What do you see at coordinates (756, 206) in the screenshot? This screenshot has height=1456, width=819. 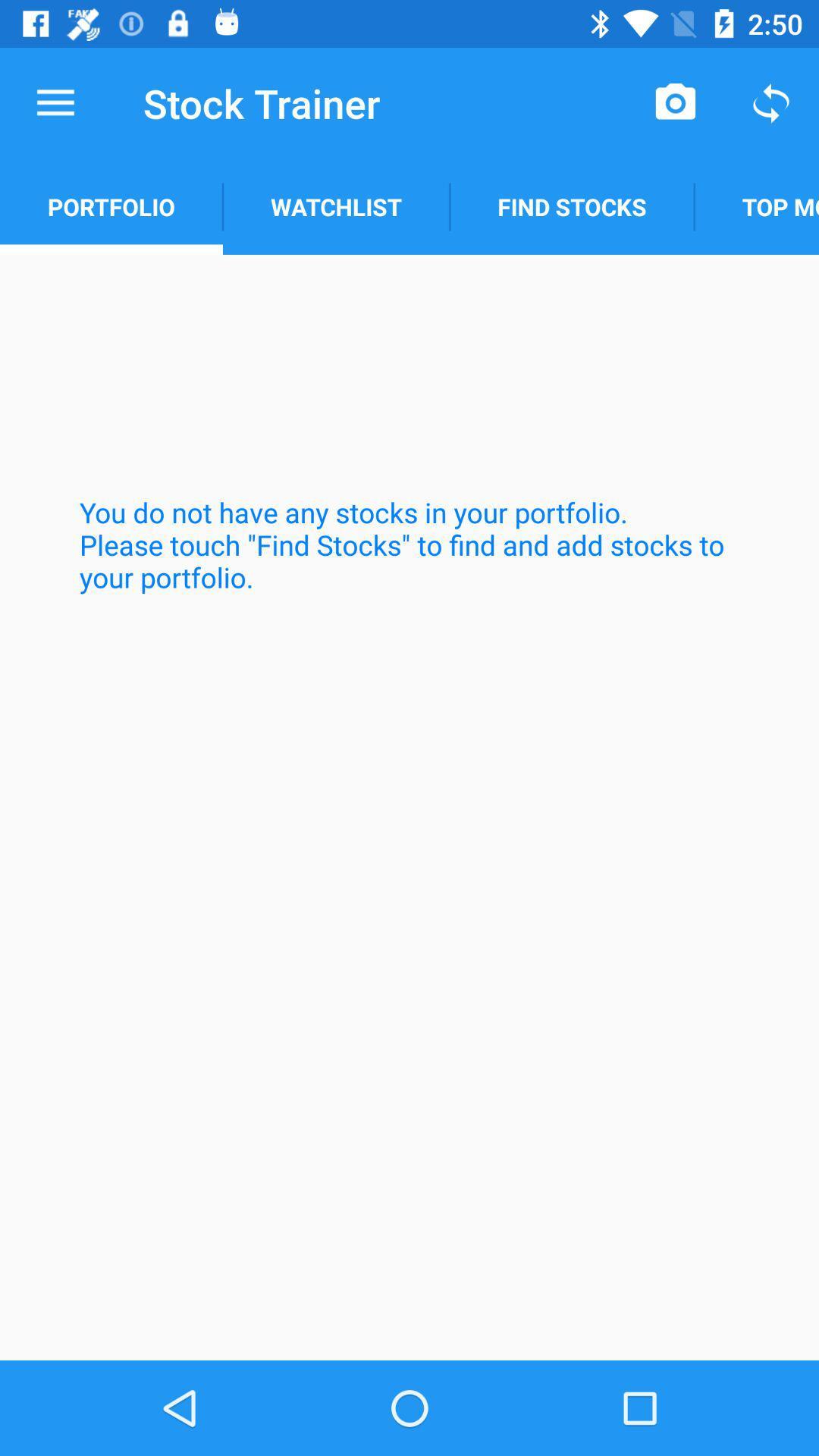 I see `the app next to the find stocks` at bounding box center [756, 206].